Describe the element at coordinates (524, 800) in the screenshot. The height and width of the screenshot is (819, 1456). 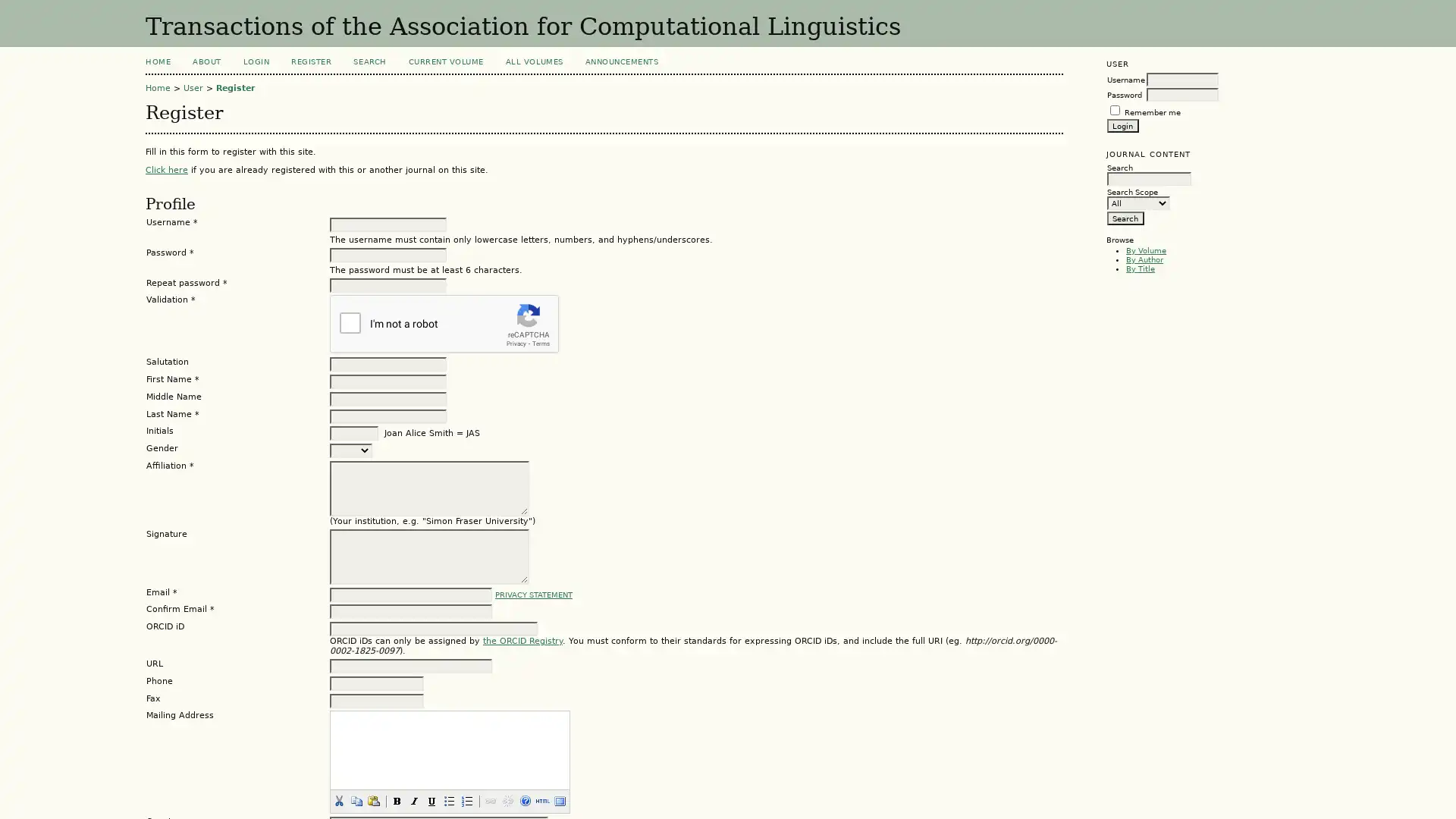
I see `Help` at that location.